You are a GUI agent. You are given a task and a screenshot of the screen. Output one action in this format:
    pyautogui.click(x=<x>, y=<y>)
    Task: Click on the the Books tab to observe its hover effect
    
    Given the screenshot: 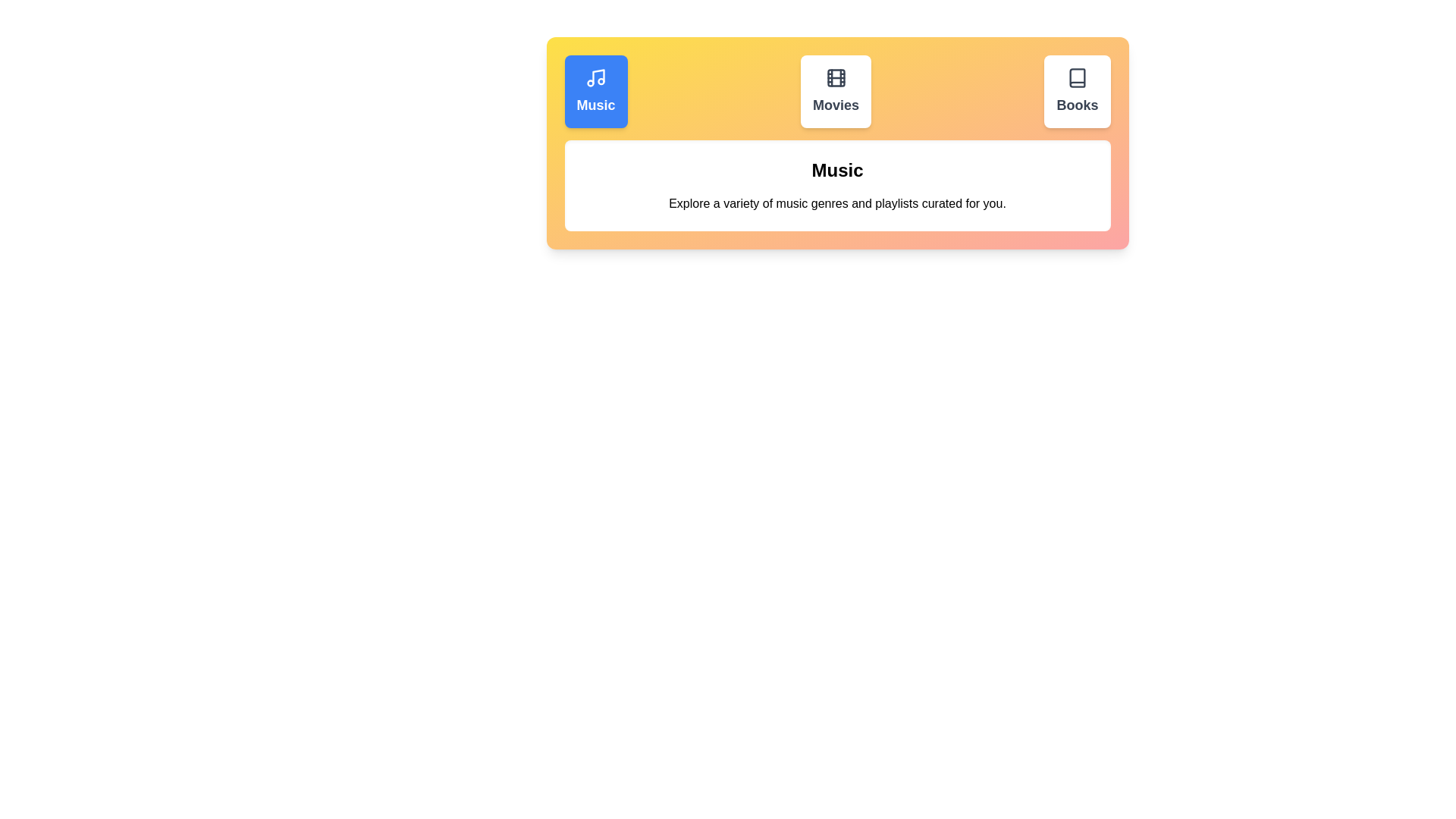 What is the action you would take?
    pyautogui.click(x=1076, y=91)
    